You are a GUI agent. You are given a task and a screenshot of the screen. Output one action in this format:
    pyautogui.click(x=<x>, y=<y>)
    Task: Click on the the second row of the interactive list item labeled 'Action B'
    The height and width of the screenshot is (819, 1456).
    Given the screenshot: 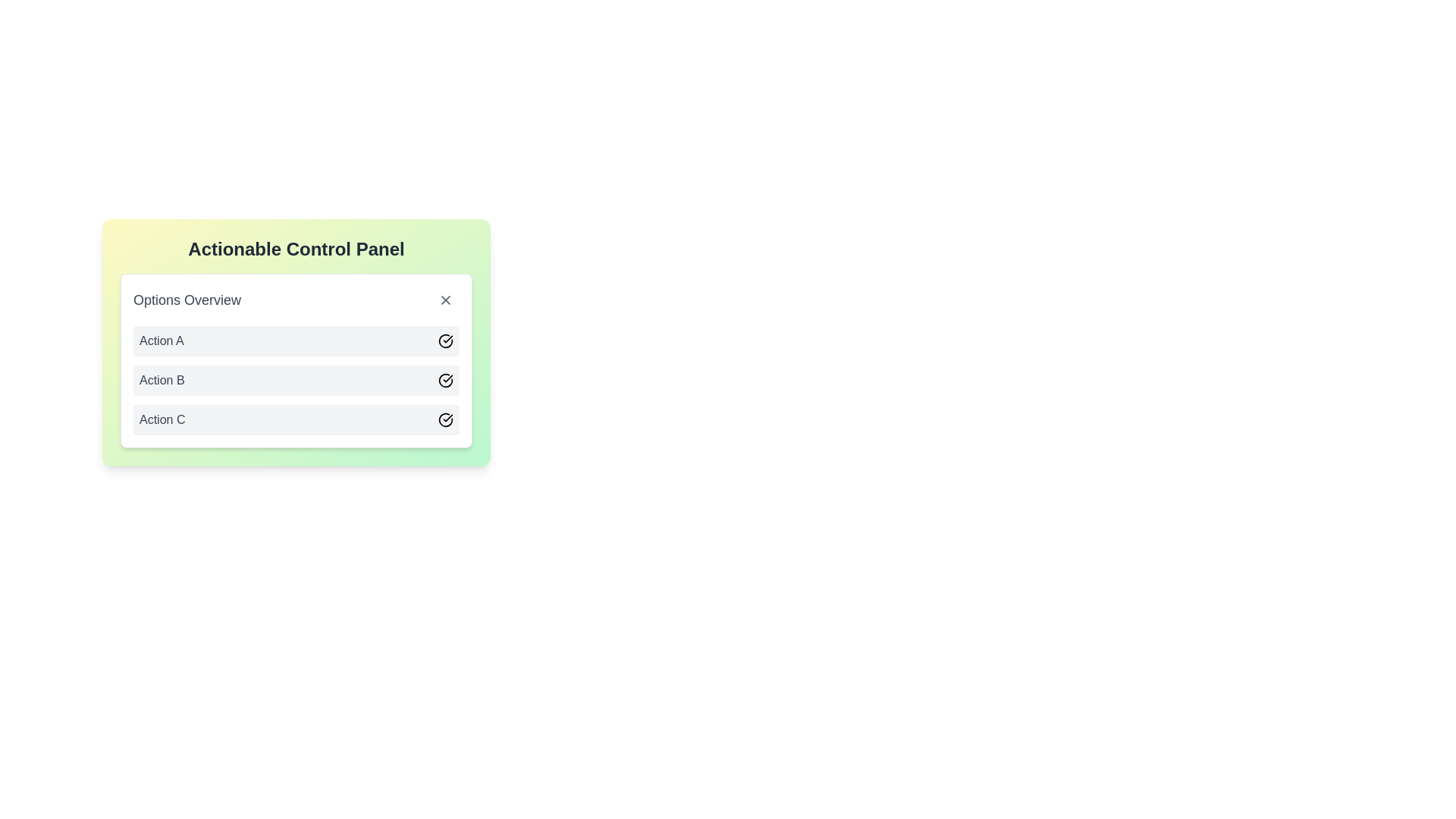 What is the action you would take?
    pyautogui.click(x=296, y=379)
    